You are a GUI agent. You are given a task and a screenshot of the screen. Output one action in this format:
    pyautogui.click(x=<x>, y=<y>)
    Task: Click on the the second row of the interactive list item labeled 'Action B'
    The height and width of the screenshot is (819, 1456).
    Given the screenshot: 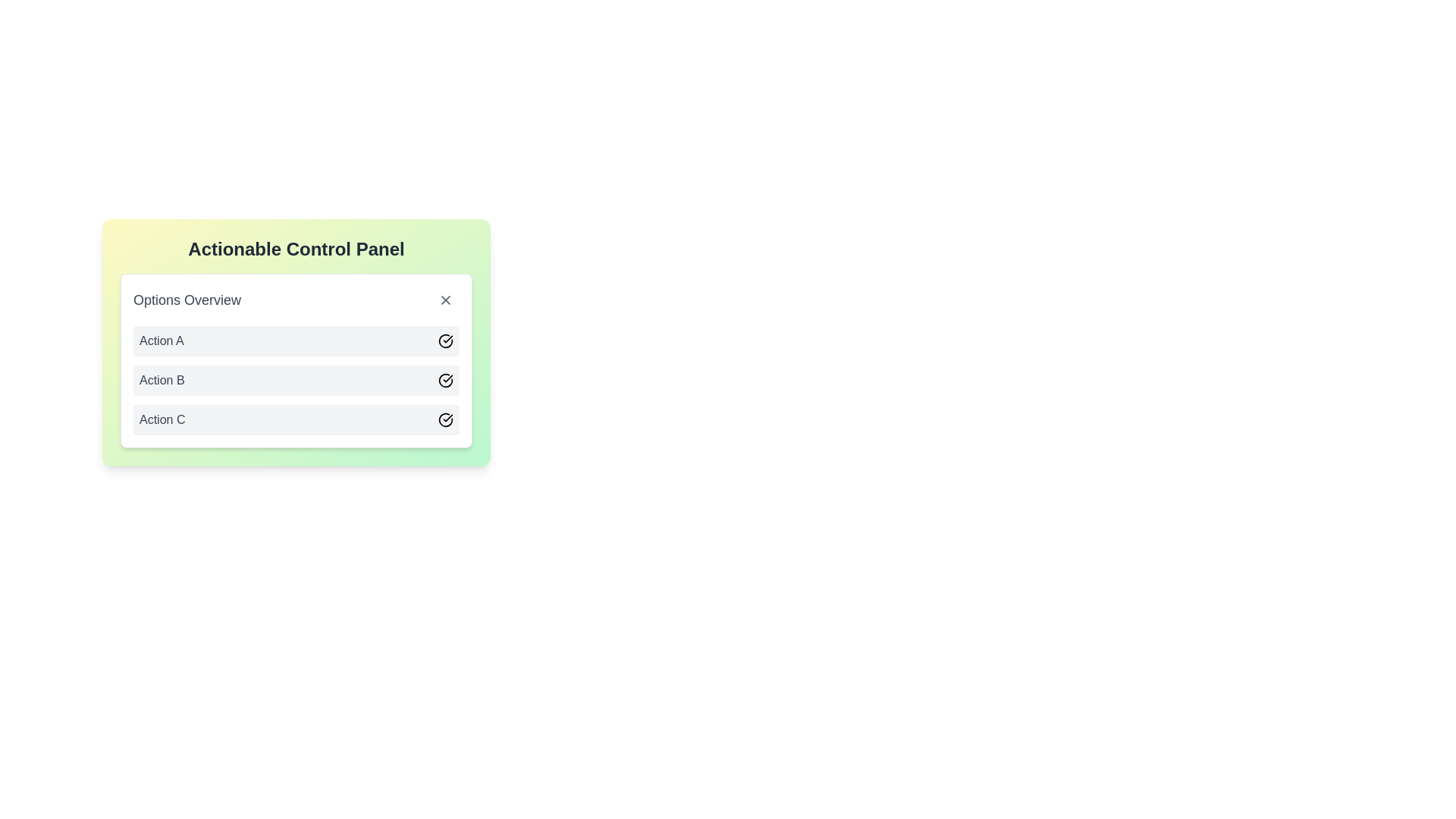 What is the action you would take?
    pyautogui.click(x=296, y=379)
    